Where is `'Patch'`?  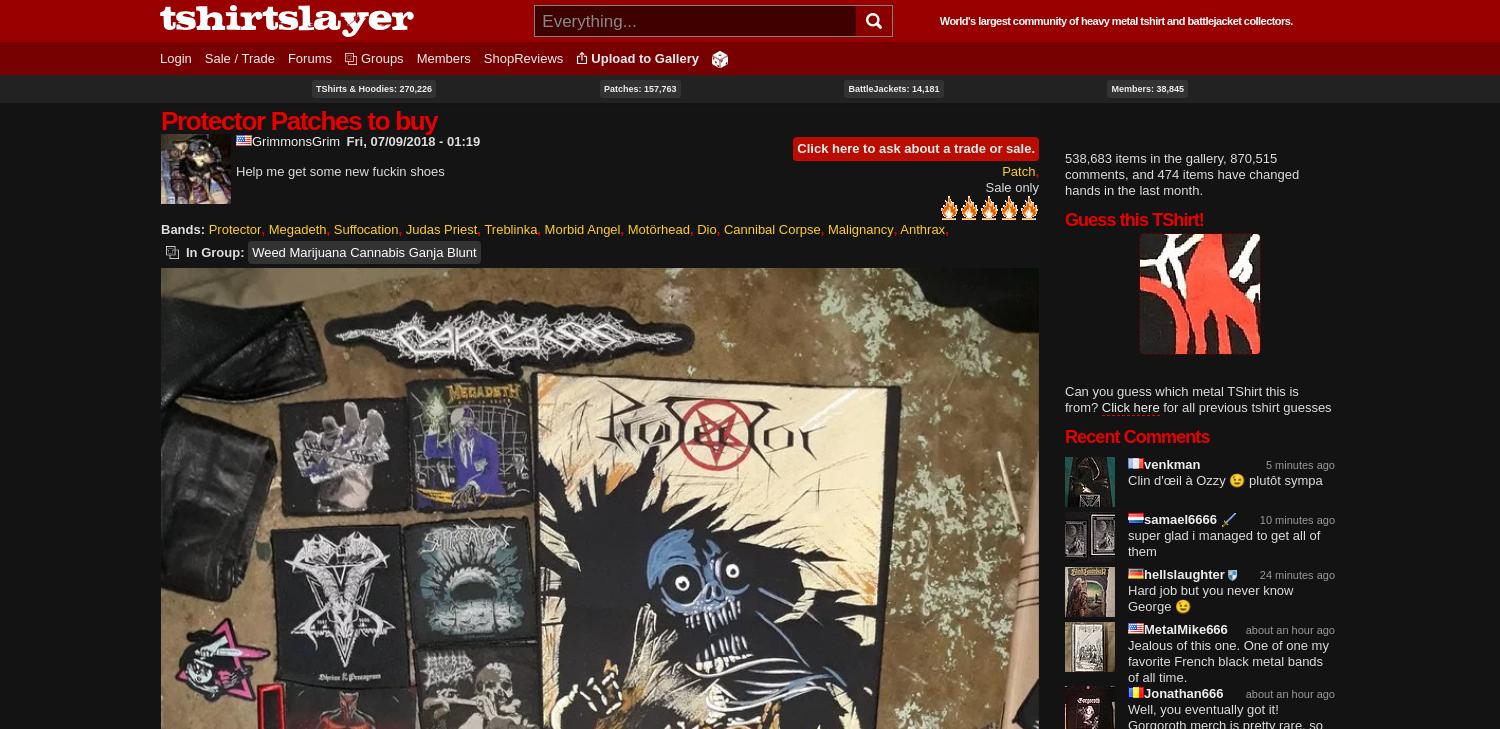
'Patch' is located at coordinates (1018, 169).